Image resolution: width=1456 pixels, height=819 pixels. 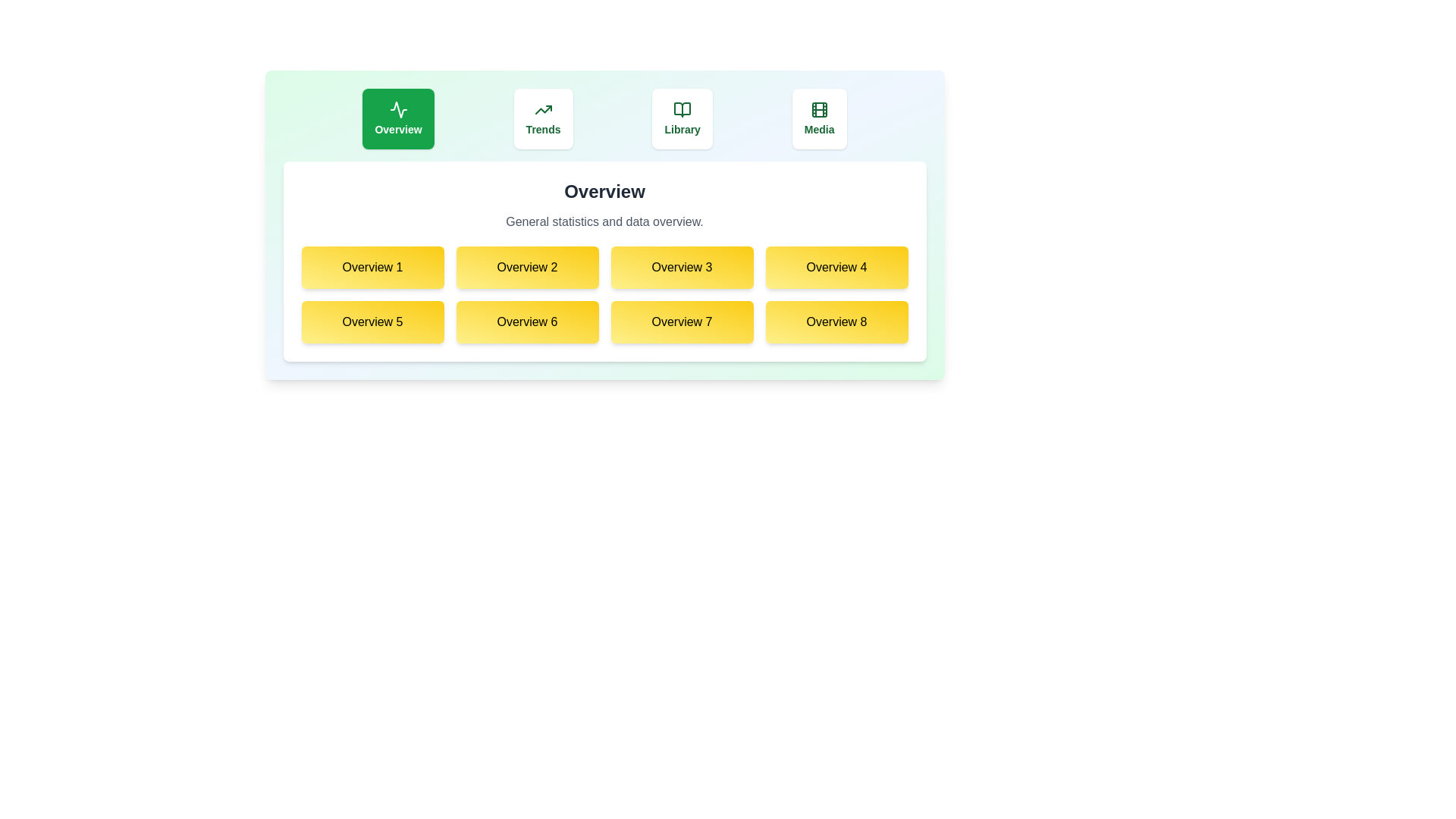 I want to click on the Trends tab by clicking on it, so click(x=543, y=118).